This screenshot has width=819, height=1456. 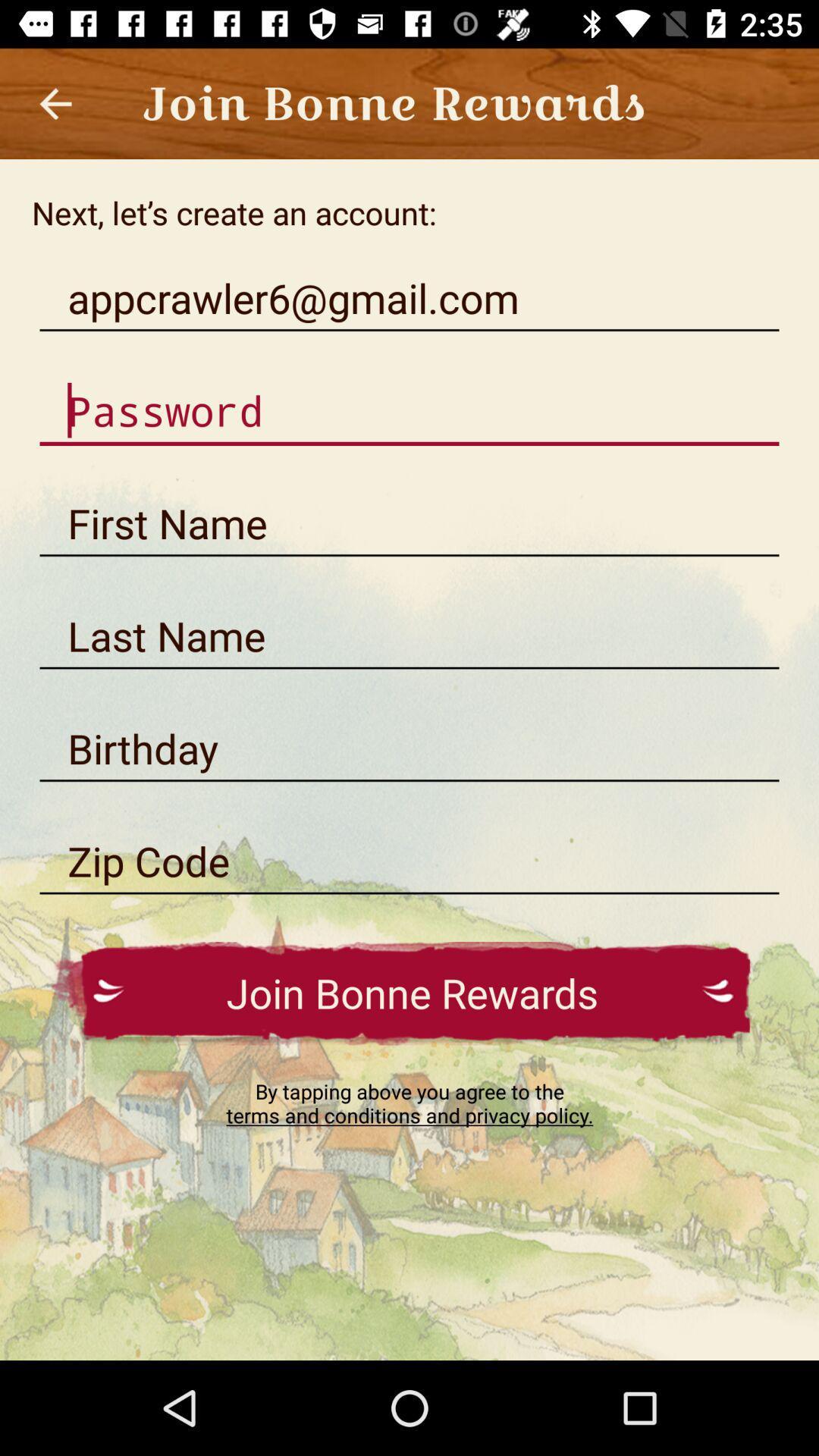 What do you see at coordinates (409, 861) in the screenshot?
I see `zip code` at bounding box center [409, 861].